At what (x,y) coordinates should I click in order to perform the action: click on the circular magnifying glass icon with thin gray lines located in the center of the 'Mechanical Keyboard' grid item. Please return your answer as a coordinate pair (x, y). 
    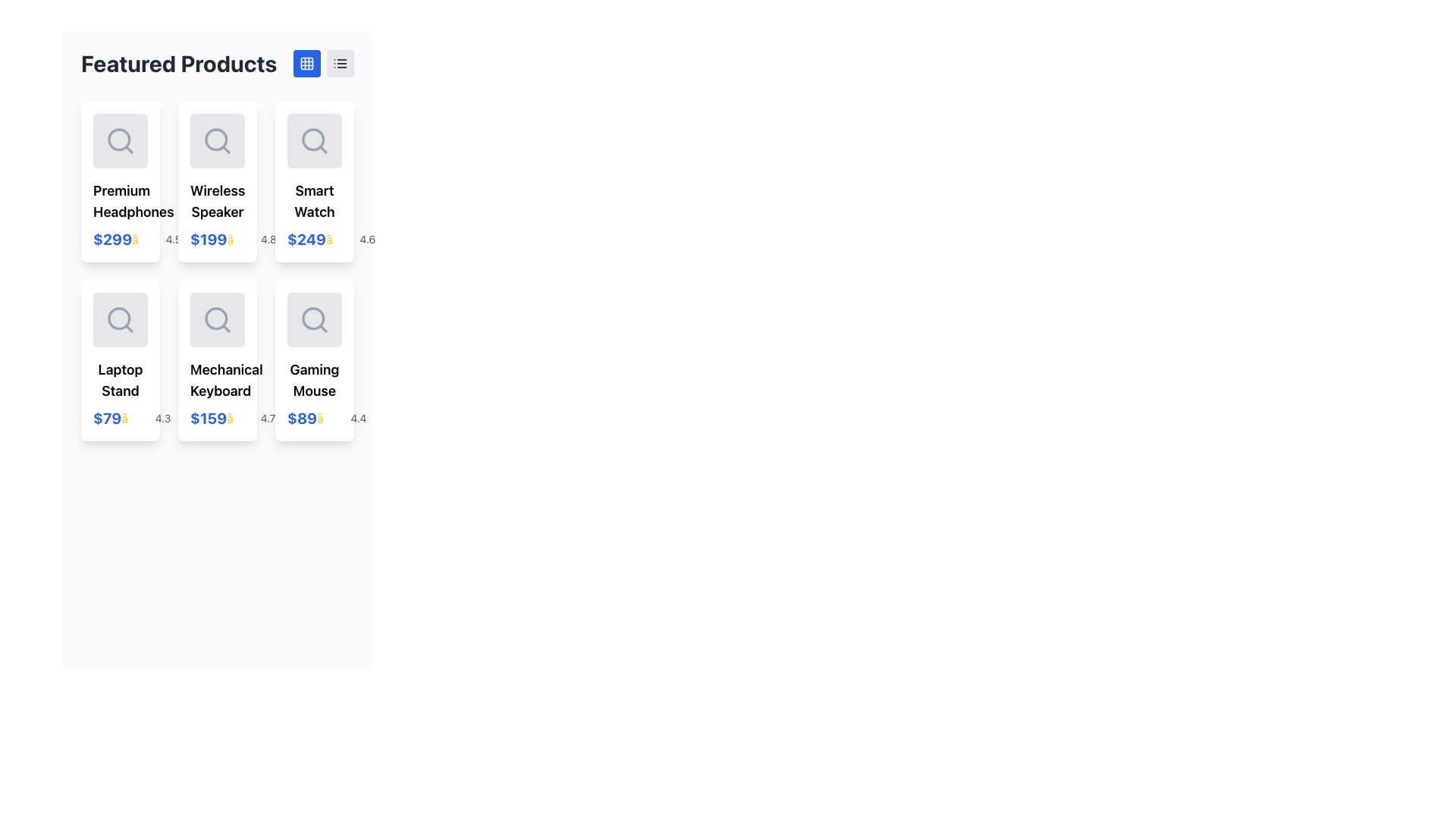
    Looking at the image, I should click on (217, 318).